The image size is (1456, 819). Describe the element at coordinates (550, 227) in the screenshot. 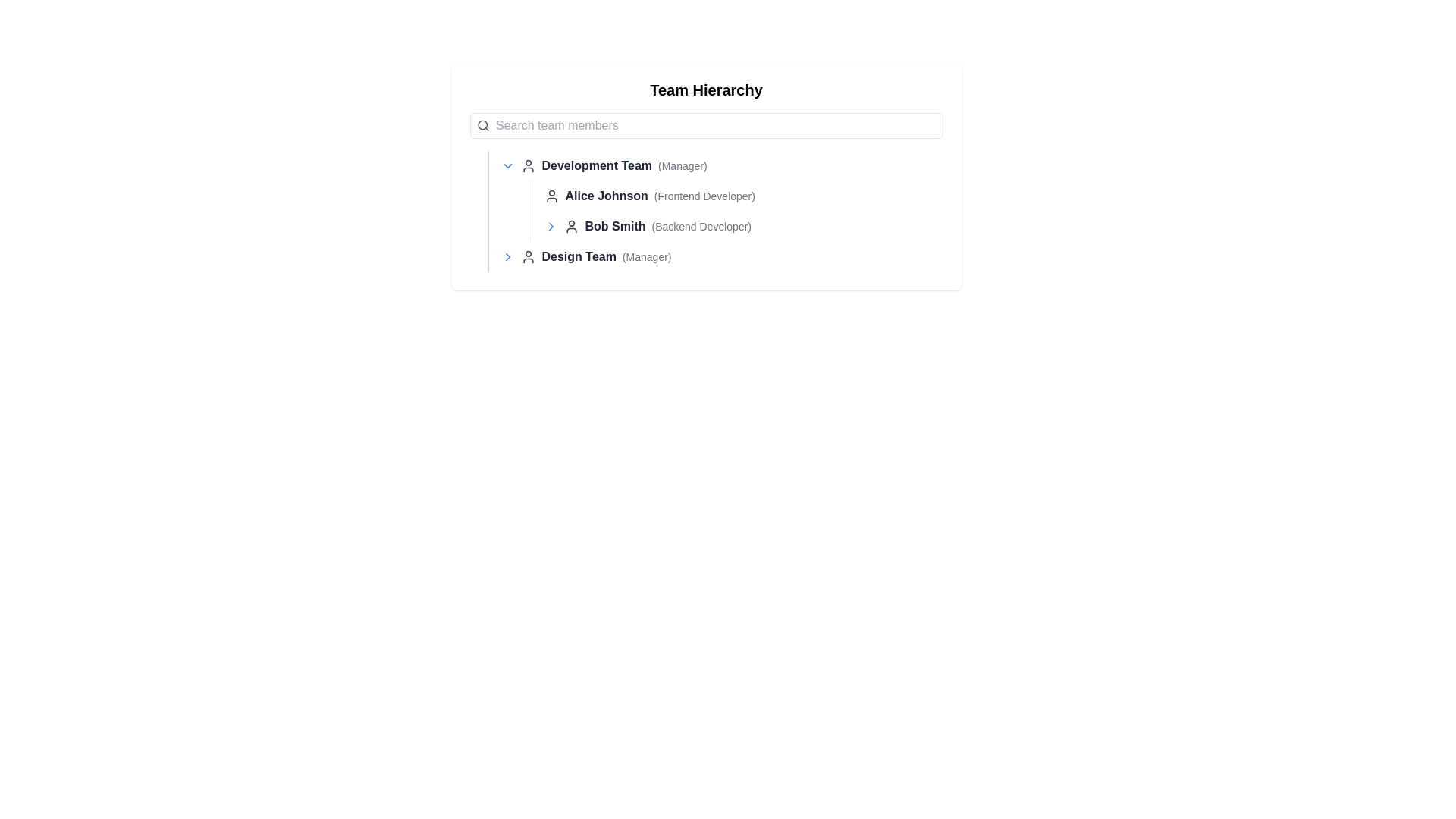

I see `the Chevron icon next to 'Design Team'` at that location.